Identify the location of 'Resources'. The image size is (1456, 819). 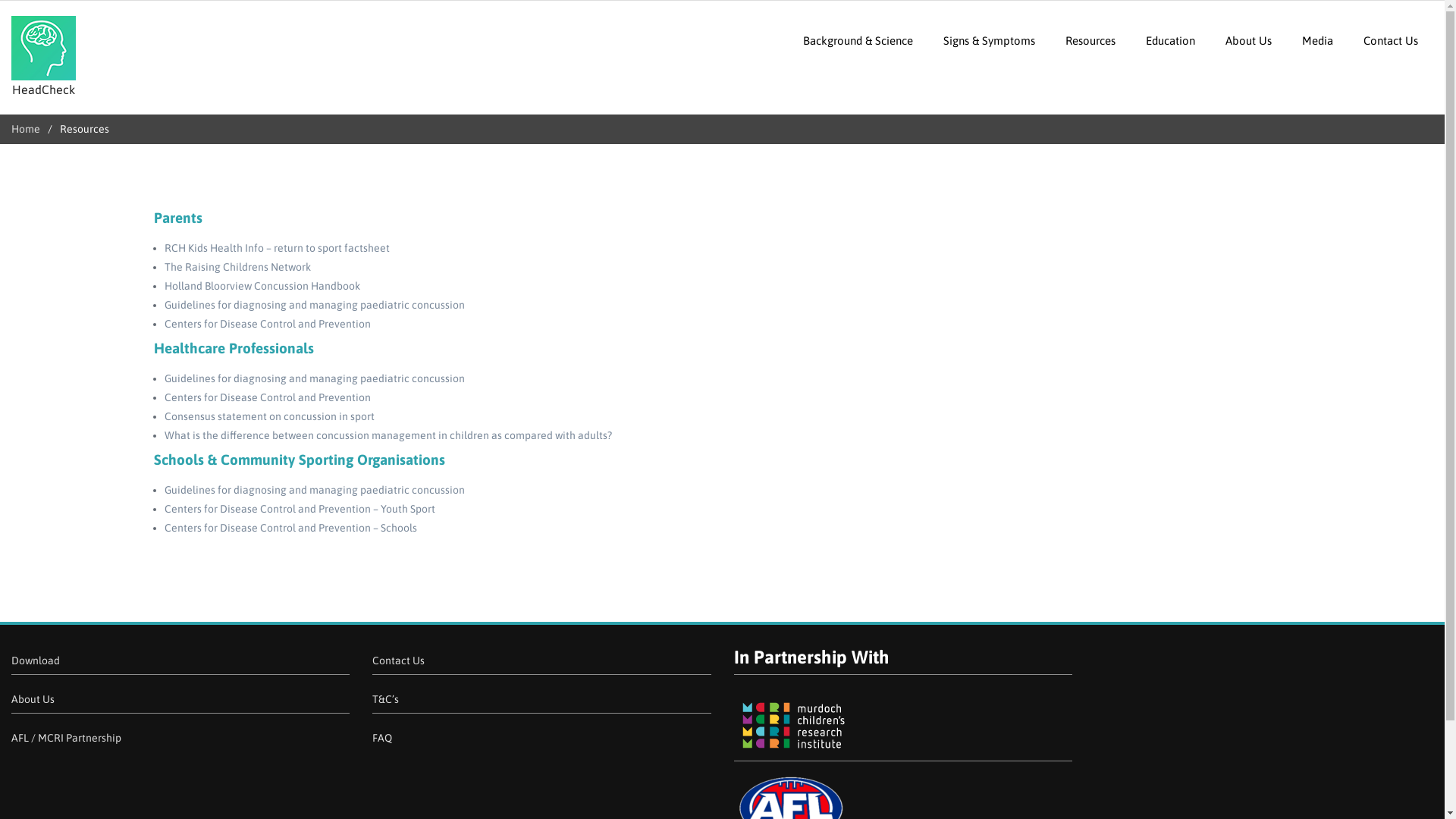
(1050, 39).